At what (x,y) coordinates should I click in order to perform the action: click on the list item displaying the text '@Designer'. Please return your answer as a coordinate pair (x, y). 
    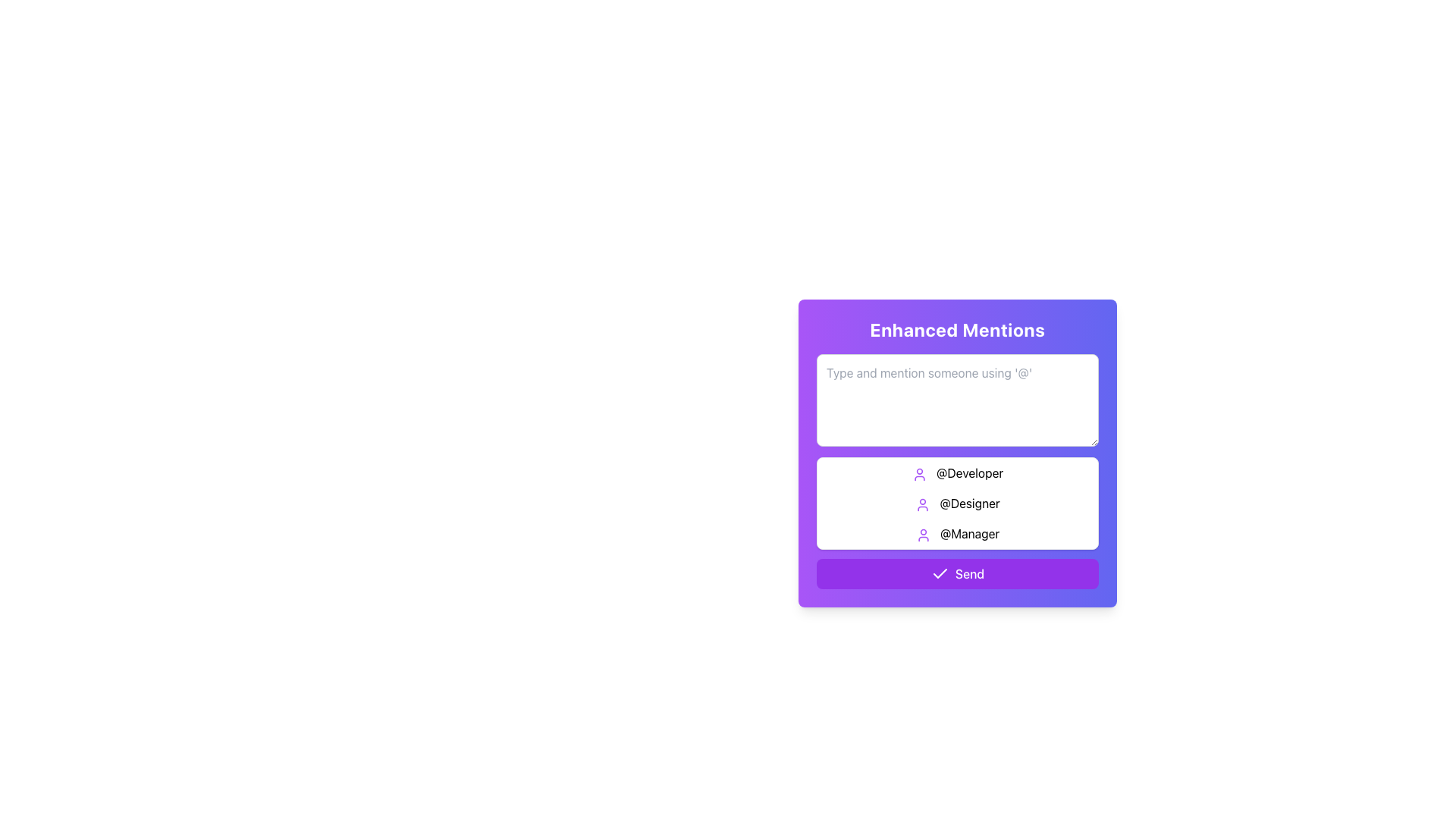
    Looking at the image, I should click on (956, 503).